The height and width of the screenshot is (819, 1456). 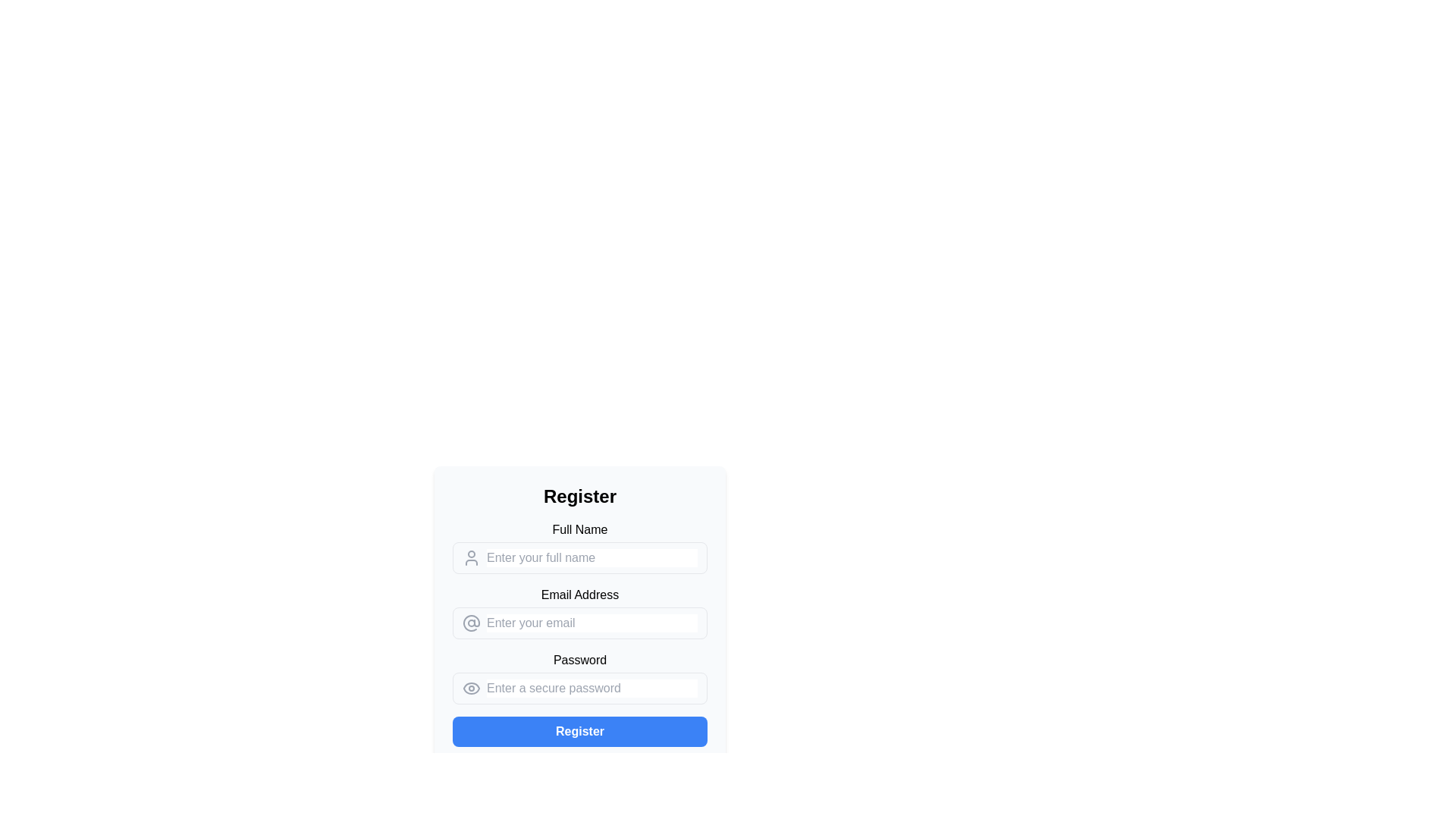 I want to click on the small gray '@' icon located to the left of the 'Enter your email' placeholder text in the email input field on the registration form, so click(x=471, y=623).